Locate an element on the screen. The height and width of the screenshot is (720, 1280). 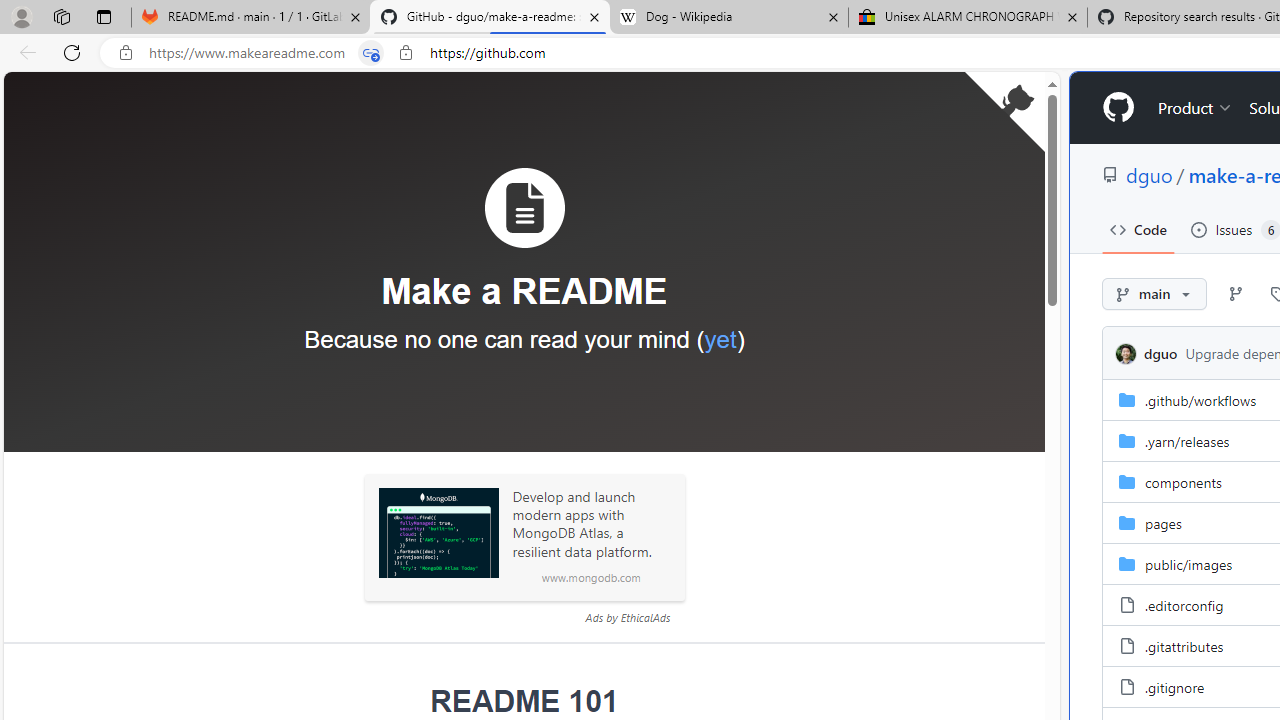
'dguo' is located at coordinates (1126, 353).